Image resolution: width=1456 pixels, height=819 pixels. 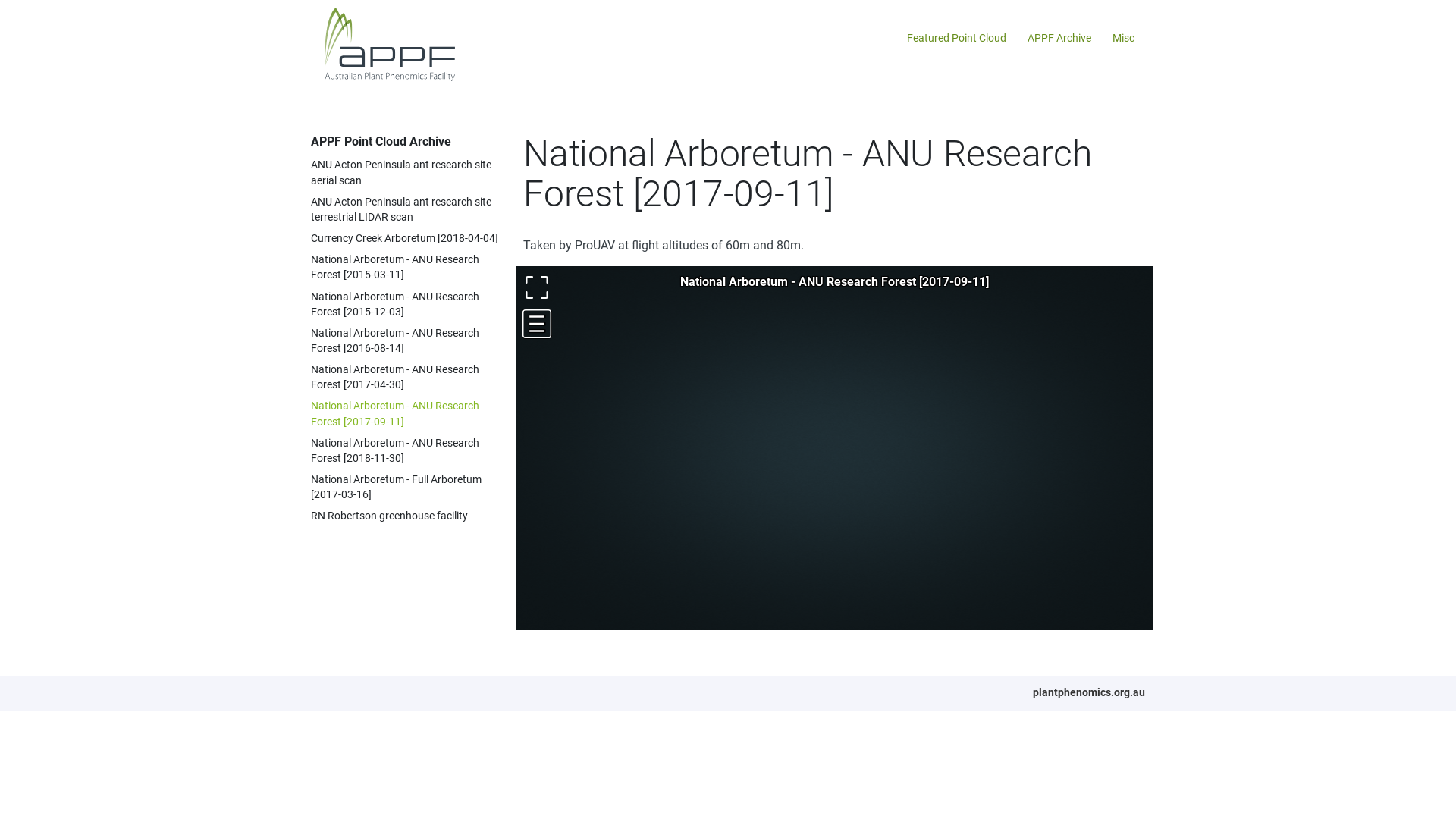 What do you see at coordinates (1032, 692) in the screenshot?
I see `'plantphenomics.org.au'` at bounding box center [1032, 692].